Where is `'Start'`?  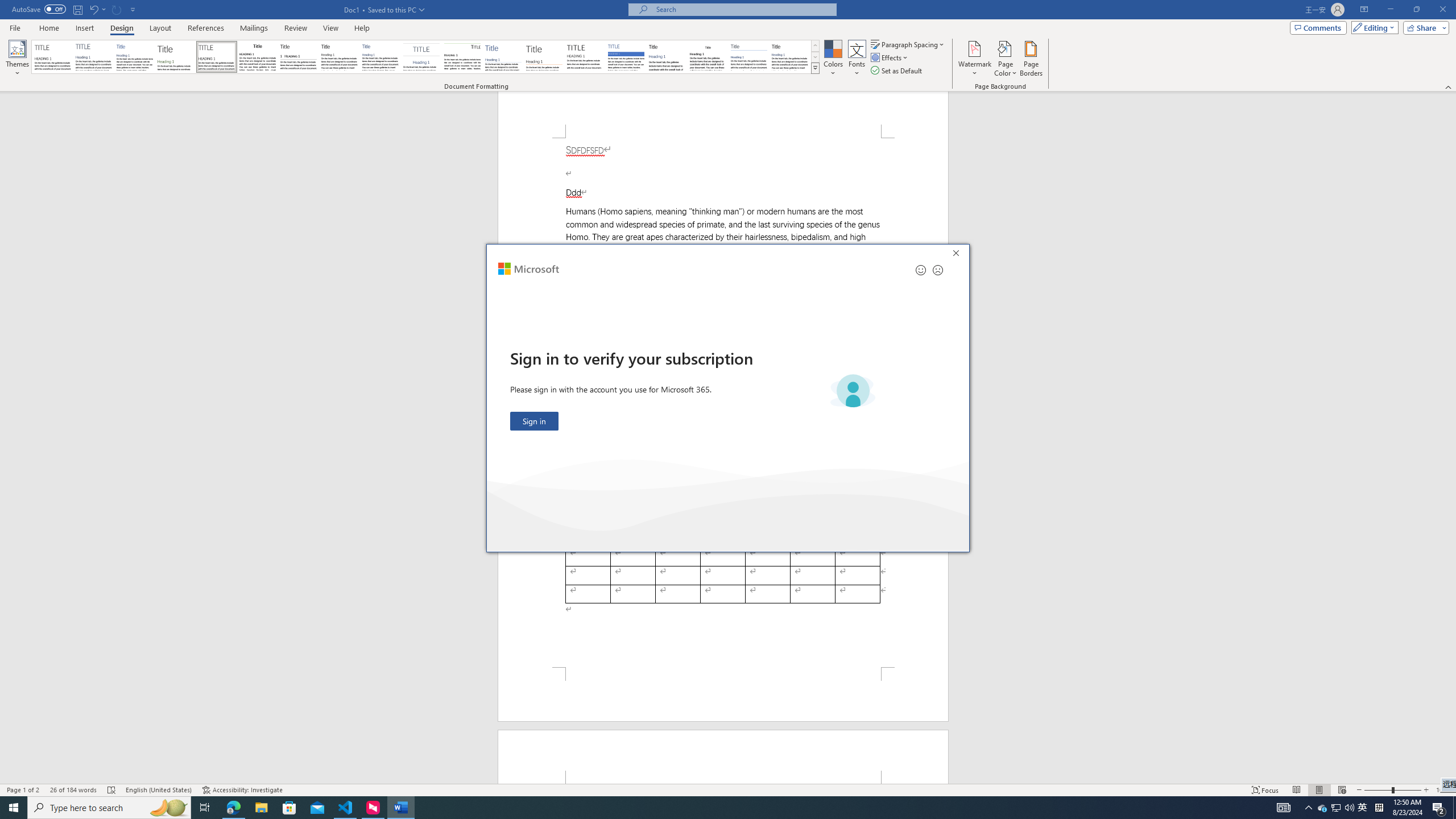
'Start' is located at coordinates (14, 806).